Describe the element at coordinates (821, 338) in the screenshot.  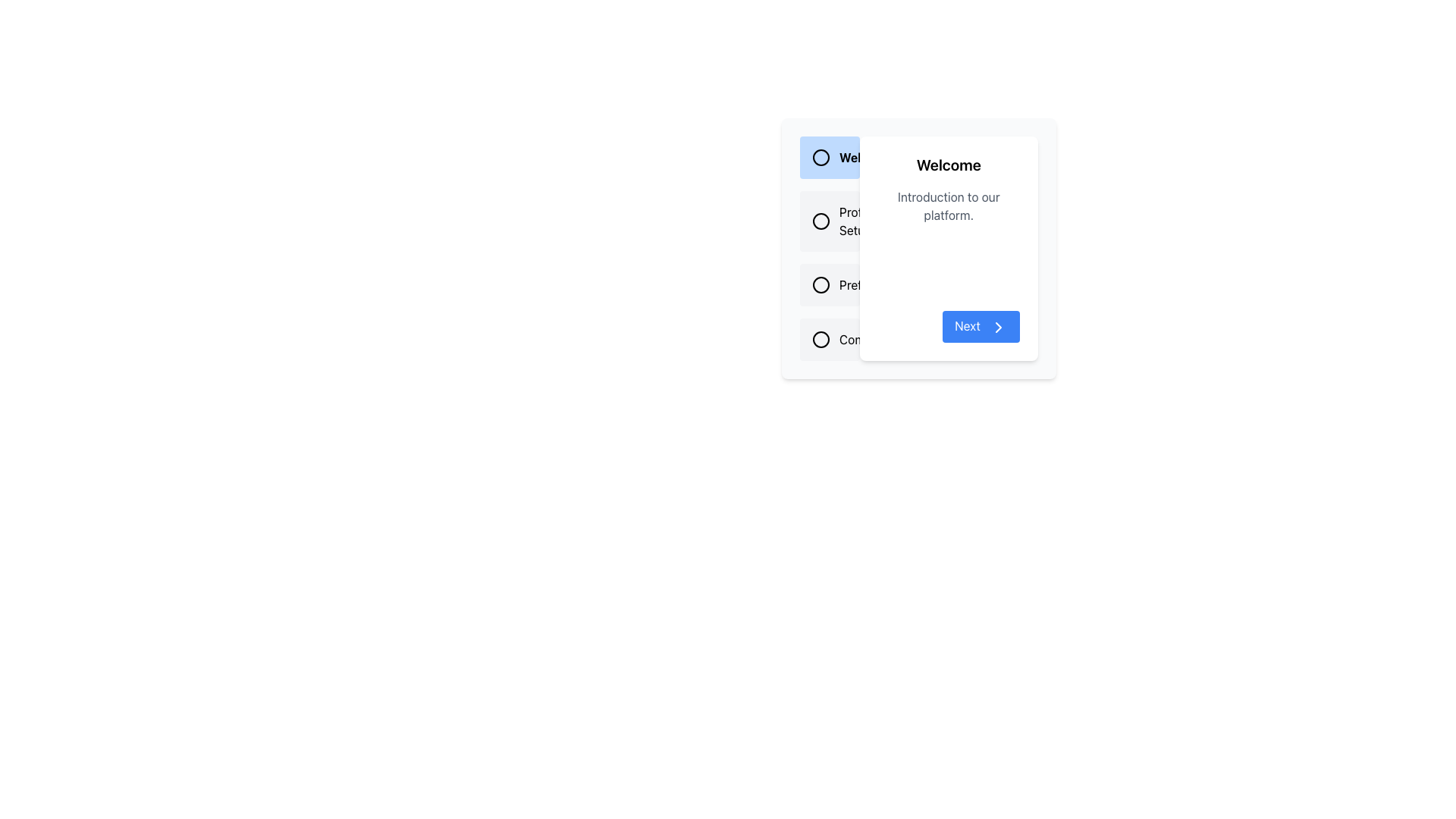
I see `the SVG circle icon that visually denotes the active state of the fourth item in the list next to 'Contact Us'` at that location.